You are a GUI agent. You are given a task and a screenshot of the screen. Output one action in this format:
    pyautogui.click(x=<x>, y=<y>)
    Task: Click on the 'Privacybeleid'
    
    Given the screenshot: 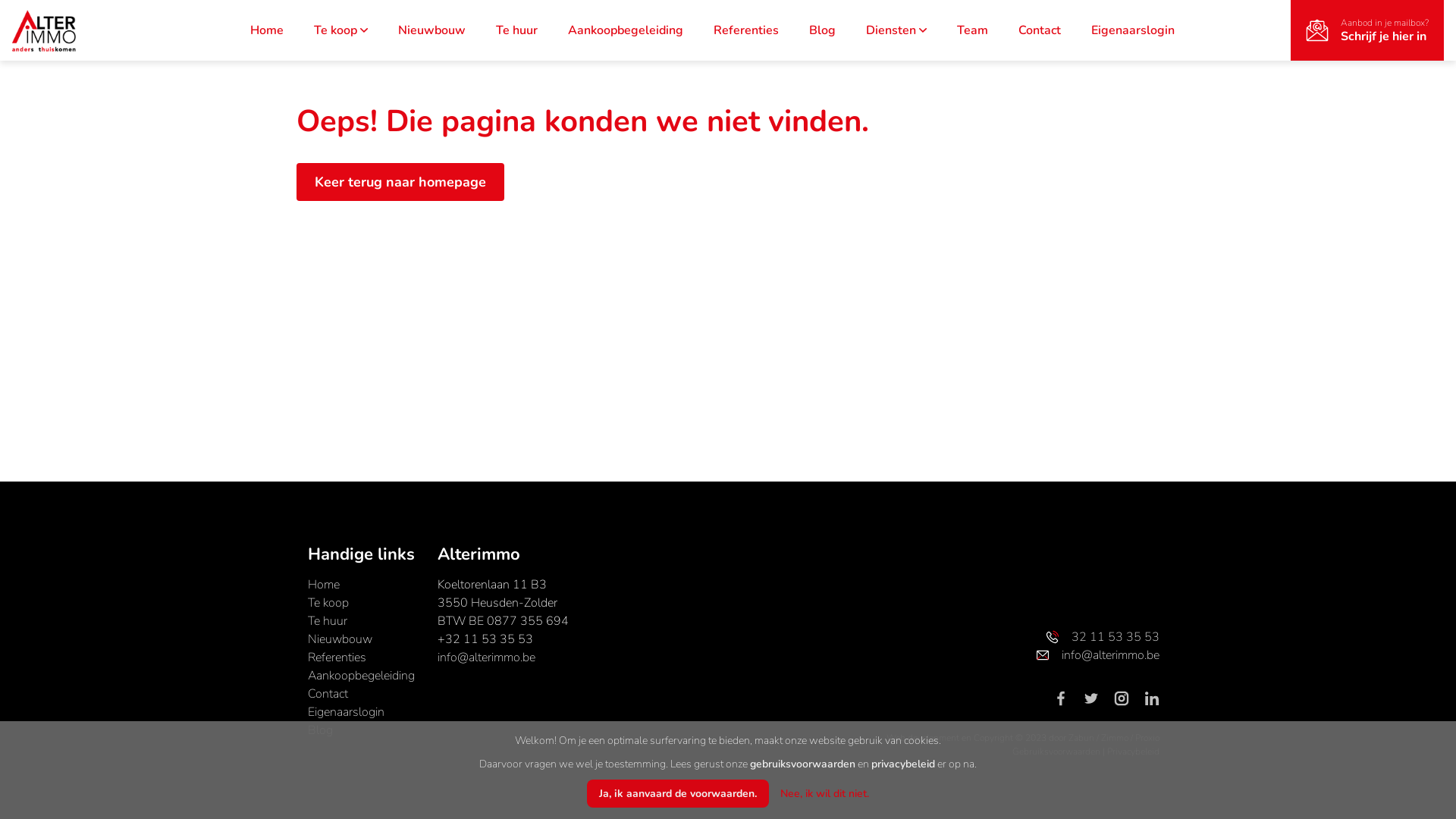 What is the action you would take?
    pyautogui.click(x=1133, y=752)
    